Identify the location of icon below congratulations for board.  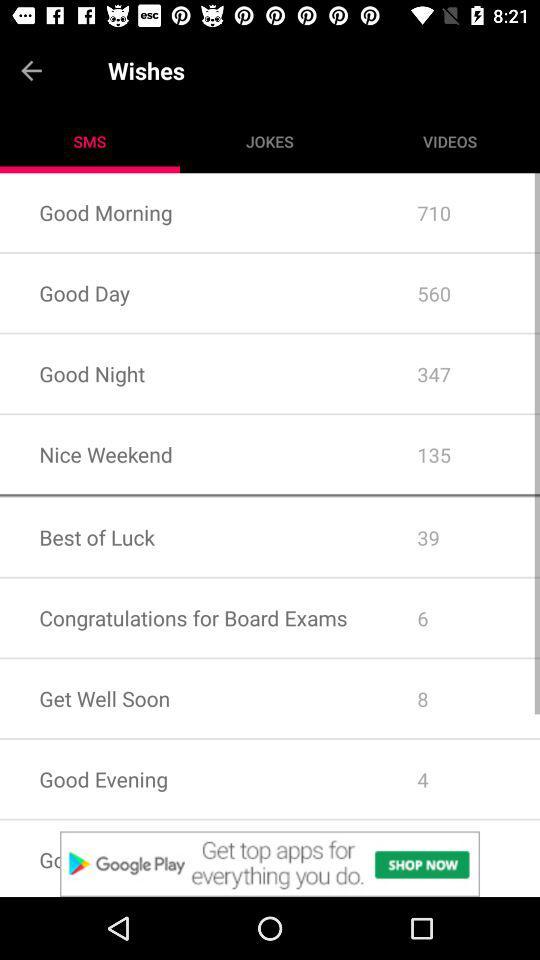
(270, 656).